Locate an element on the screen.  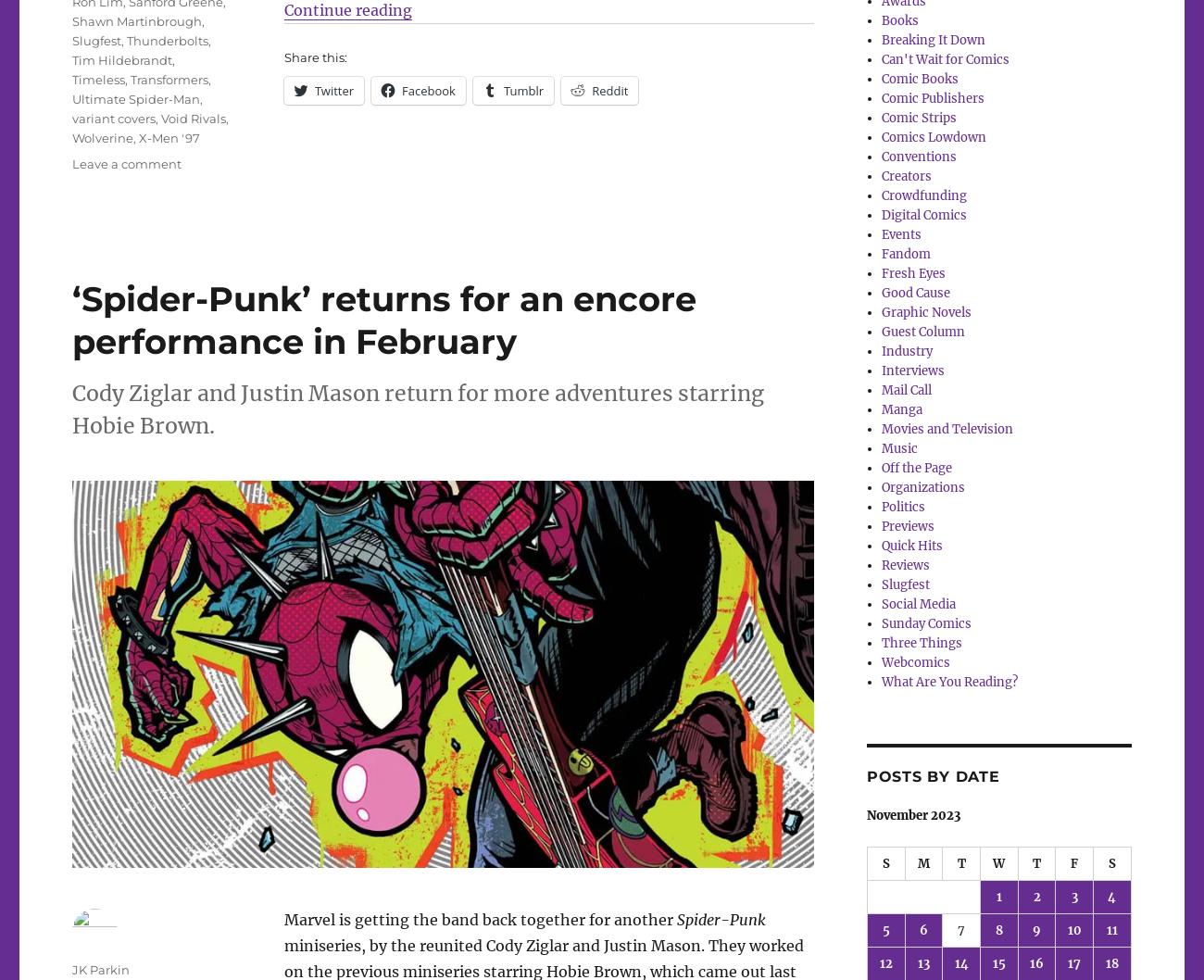
'4' is located at coordinates (1110, 896).